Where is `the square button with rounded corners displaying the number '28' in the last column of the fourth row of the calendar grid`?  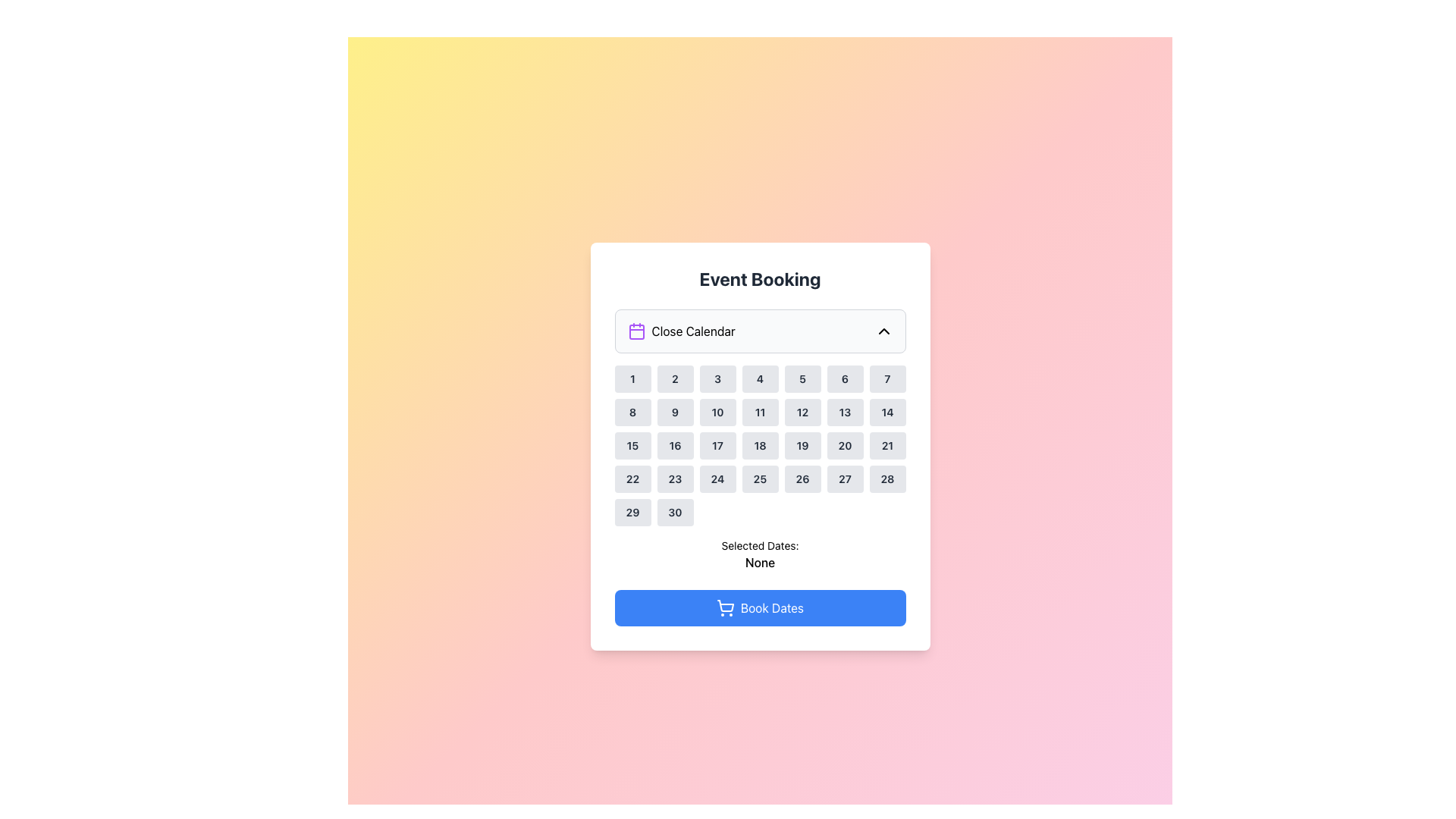
the square button with rounded corners displaying the number '28' in the last column of the fourth row of the calendar grid is located at coordinates (887, 479).